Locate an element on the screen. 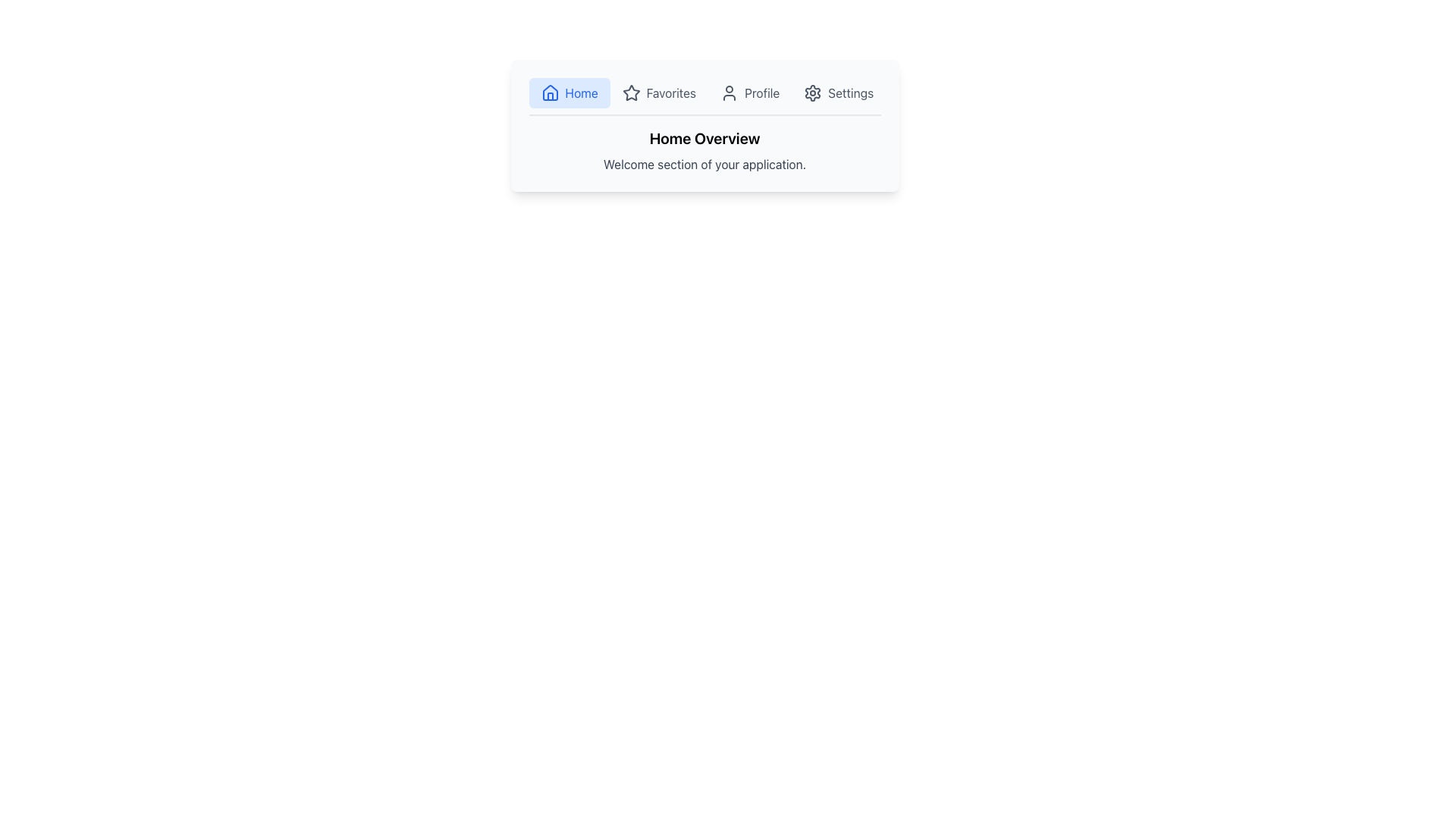 This screenshot has width=1456, height=819. the 'Favorites' navigation button located at the top-center of the layout is located at coordinates (659, 93).